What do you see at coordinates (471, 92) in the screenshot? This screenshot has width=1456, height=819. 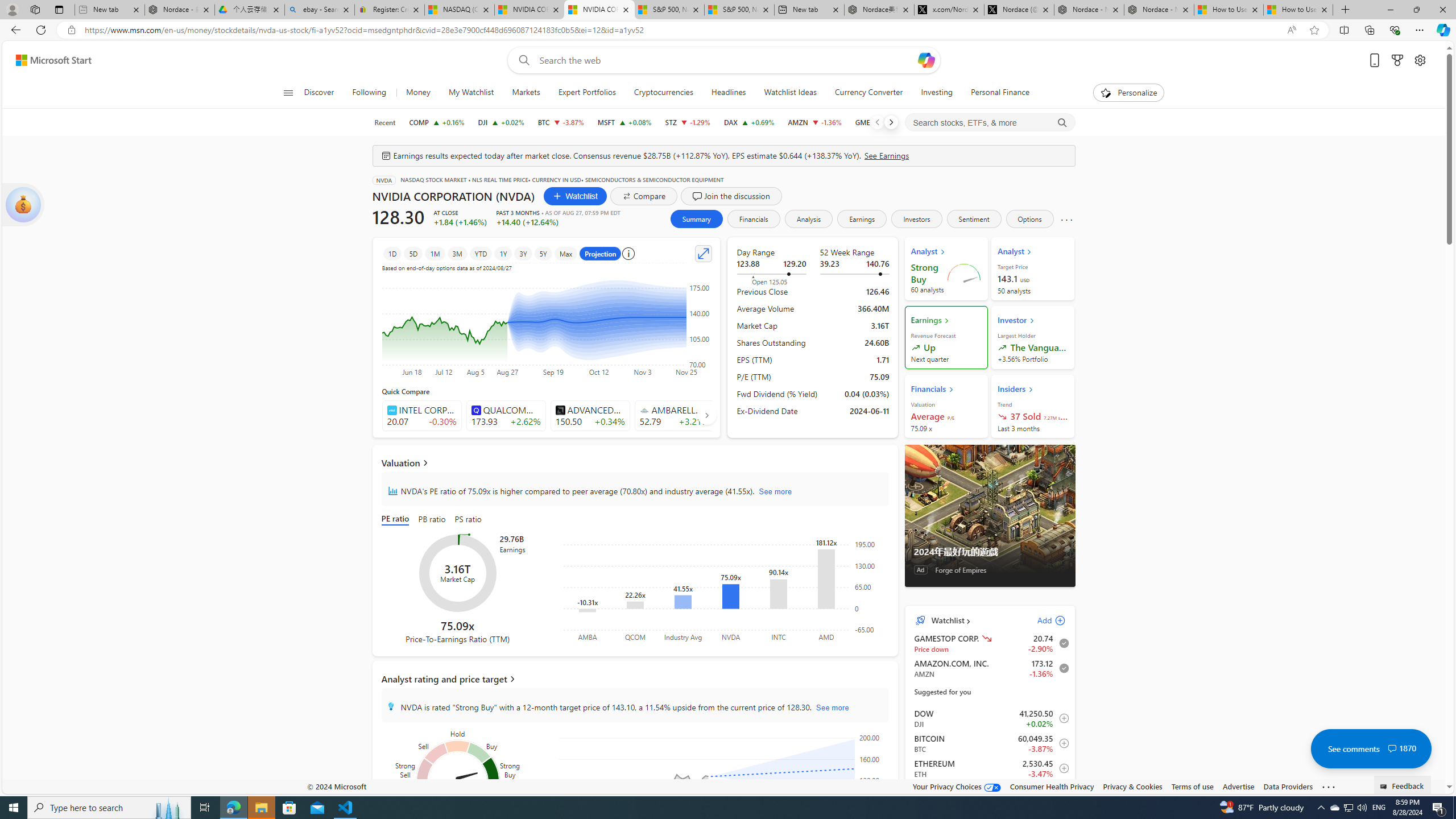 I see `'My Watchlist'` at bounding box center [471, 92].